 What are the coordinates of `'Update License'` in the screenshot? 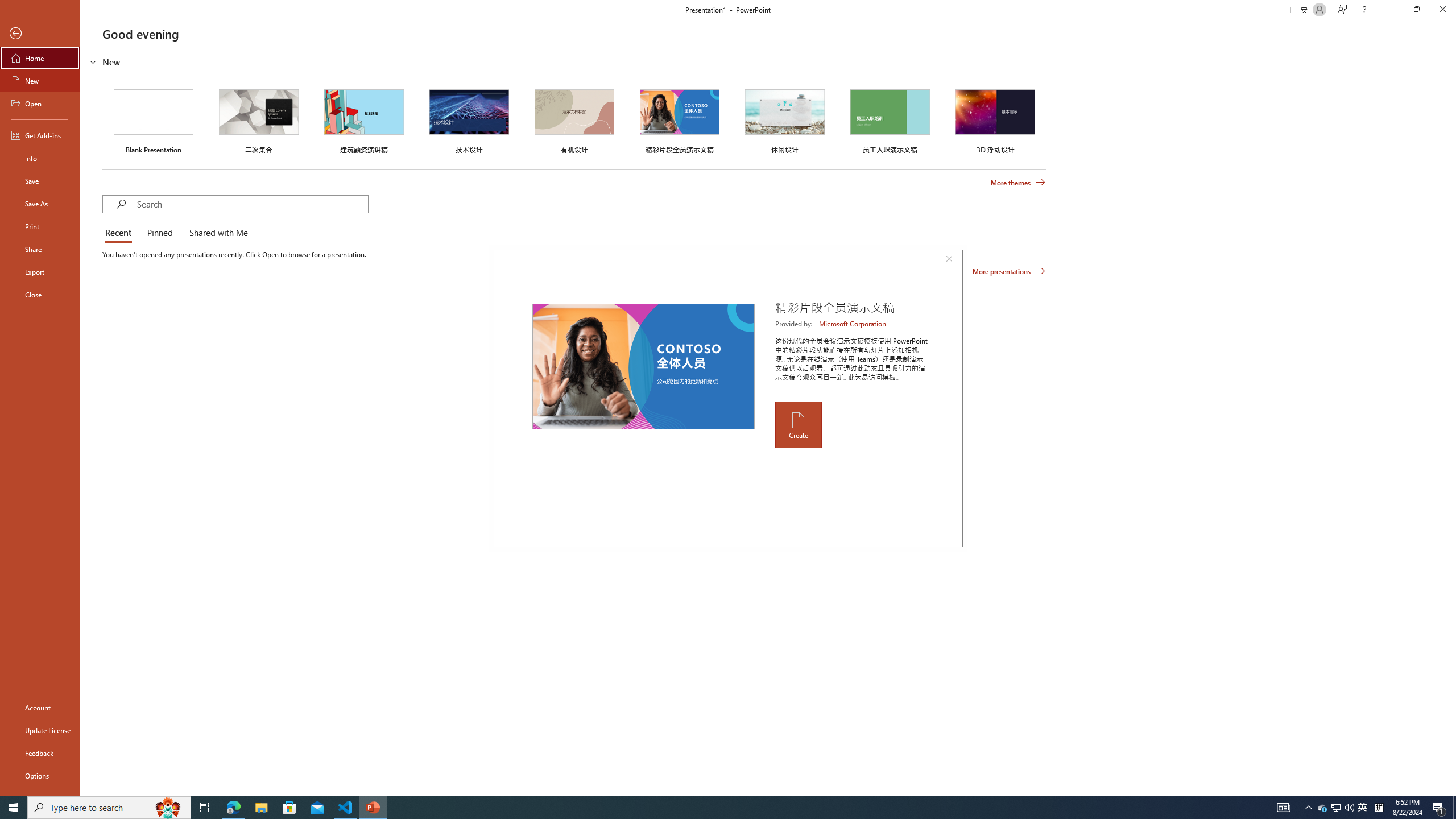 It's located at (39, 730).